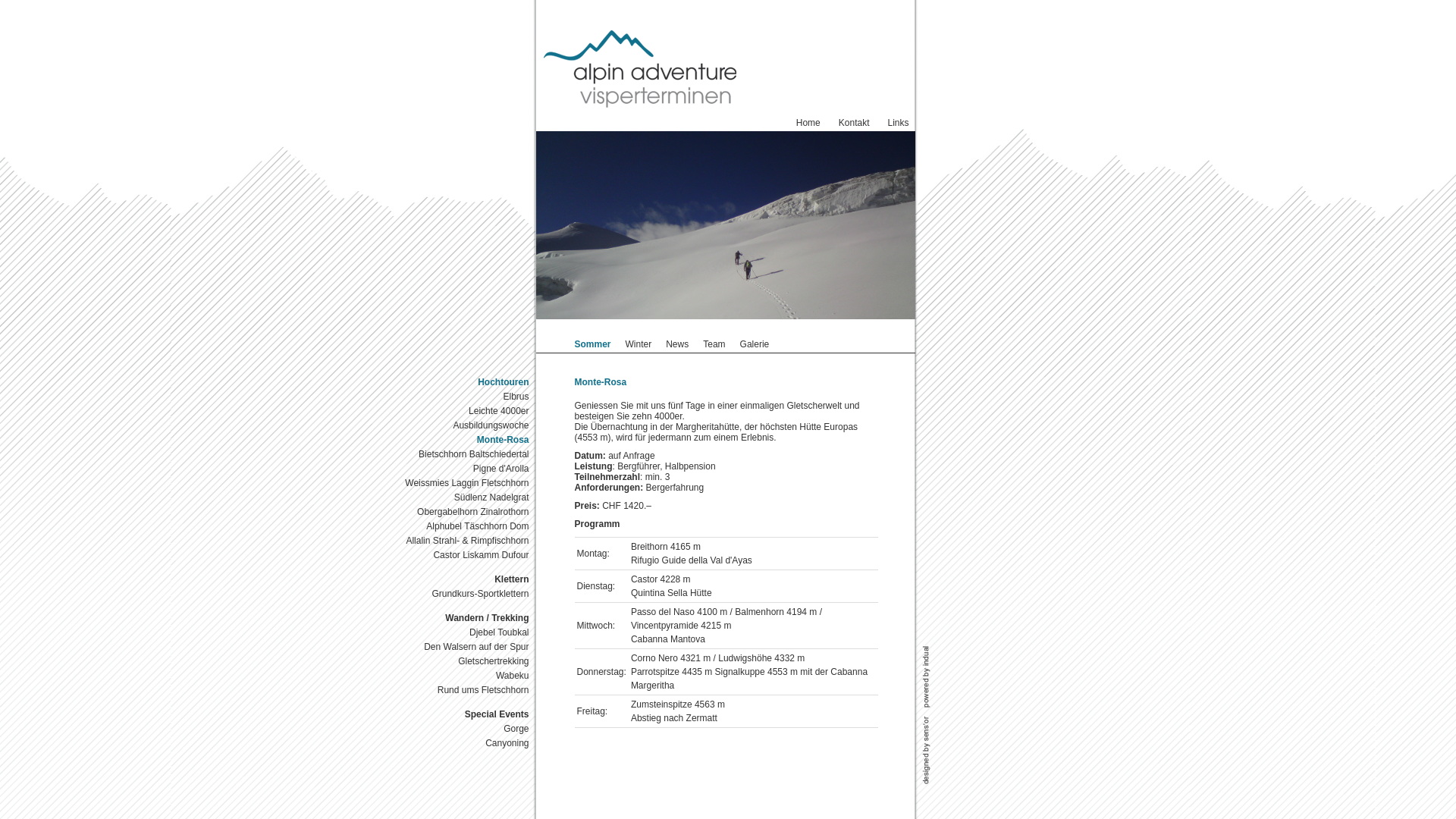 The image size is (1456, 819). I want to click on 'Castor Liskamm Dufour', so click(462, 555).